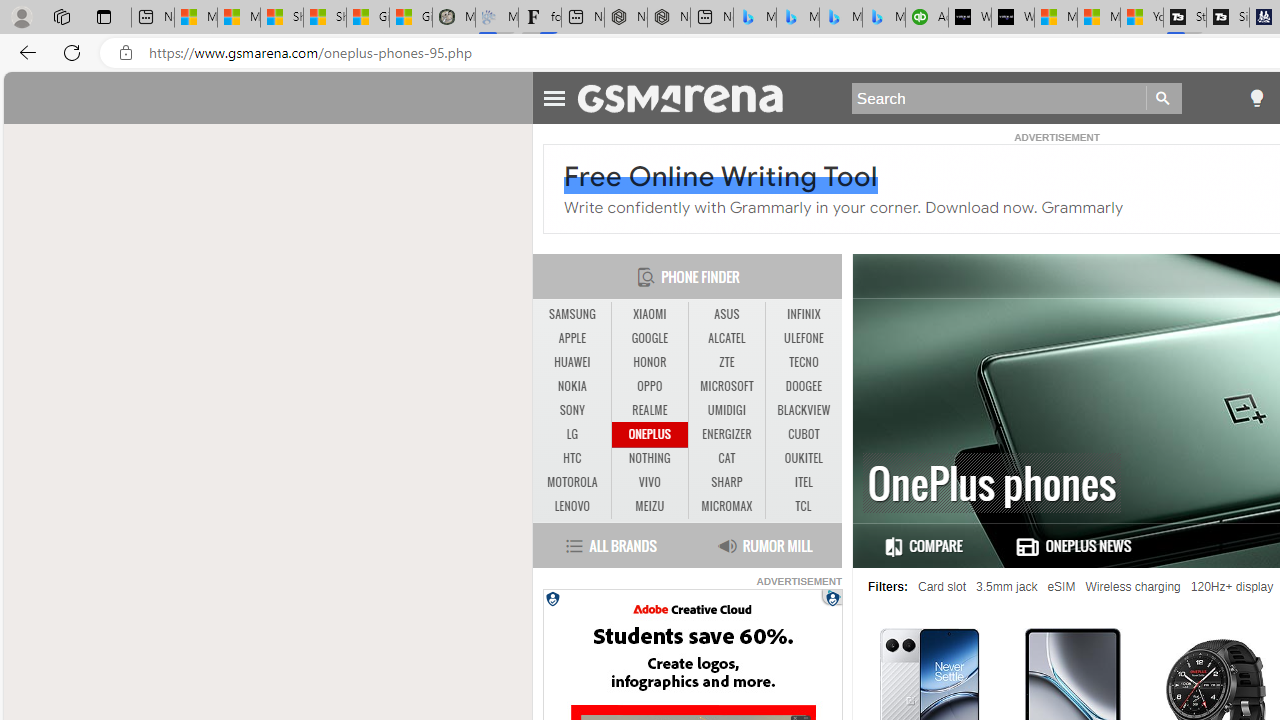 Image resolution: width=1280 pixels, height=720 pixels. What do you see at coordinates (1007, 586) in the screenshot?
I see `'3.5mm jack'` at bounding box center [1007, 586].